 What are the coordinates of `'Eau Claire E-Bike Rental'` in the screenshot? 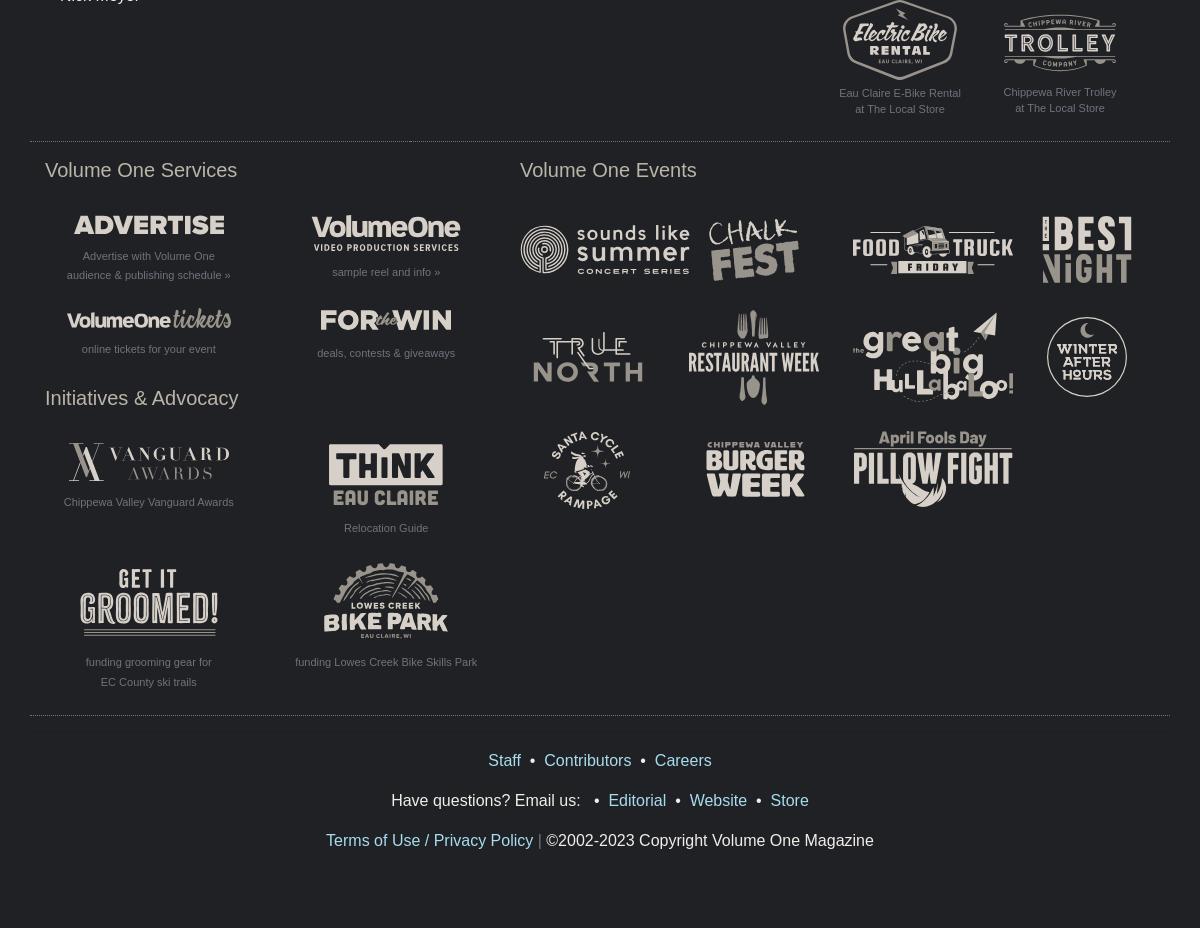 It's located at (838, 90).